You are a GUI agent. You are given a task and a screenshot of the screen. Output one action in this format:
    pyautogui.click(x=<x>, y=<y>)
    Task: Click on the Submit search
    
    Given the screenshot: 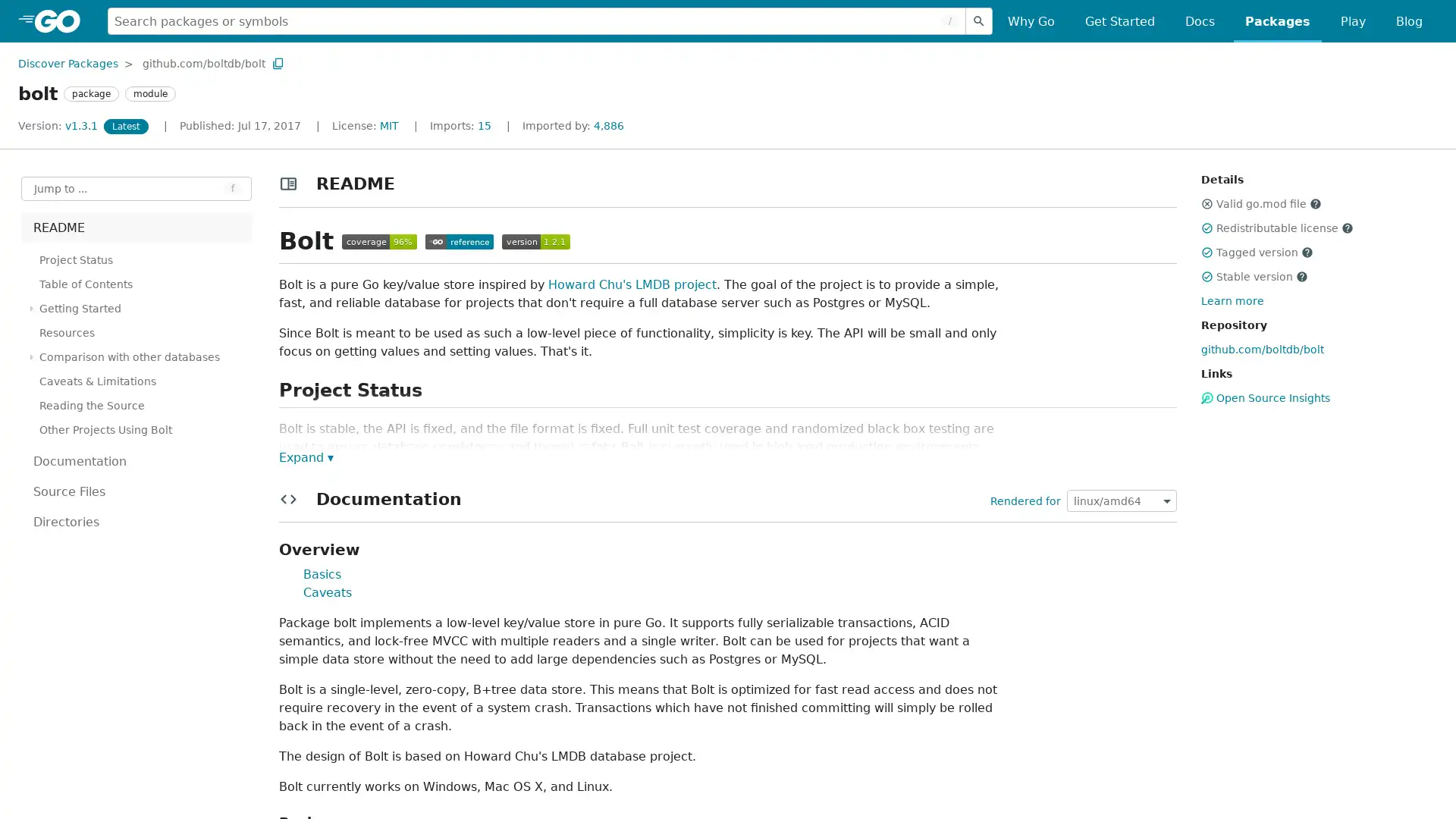 What is the action you would take?
    pyautogui.click(x=979, y=20)
    